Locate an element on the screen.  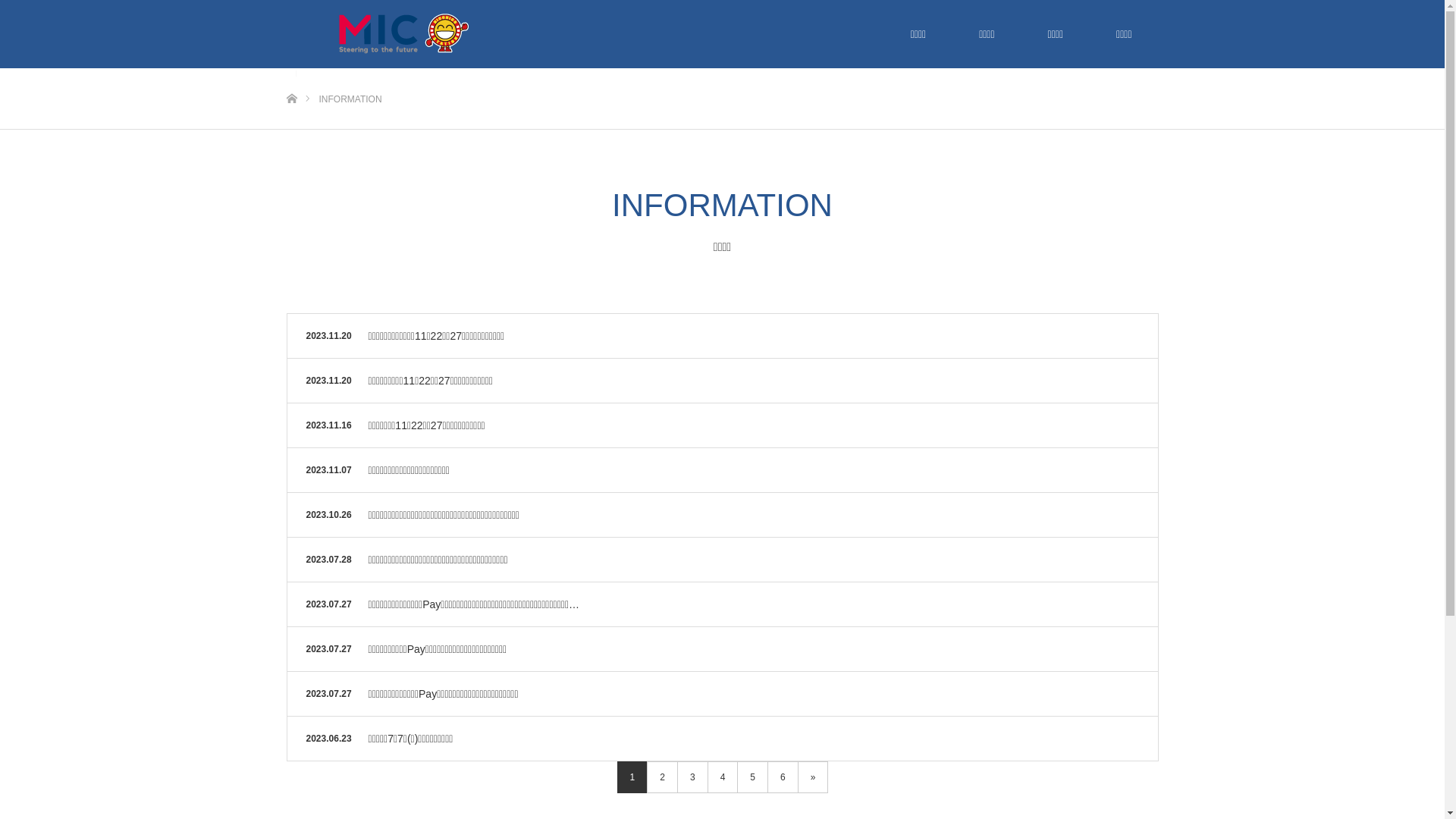
'4' is located at coordinates (722, 777).